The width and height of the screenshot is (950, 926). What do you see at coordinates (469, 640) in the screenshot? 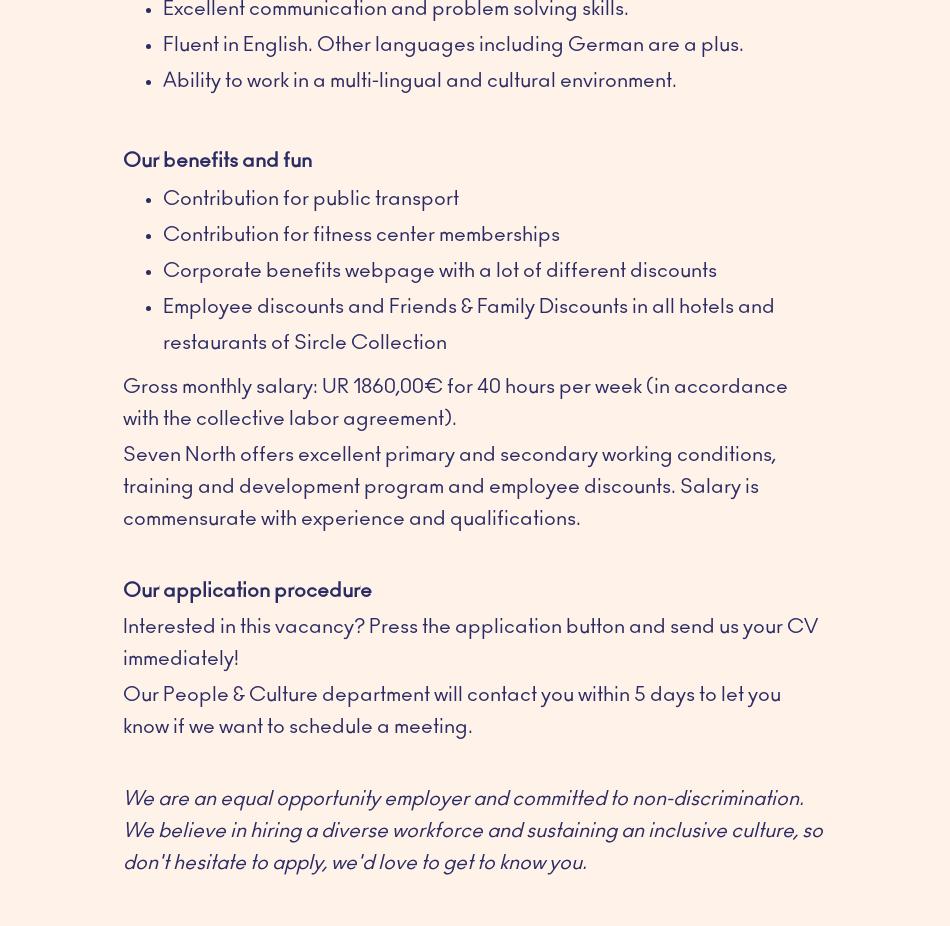
I see `'Interested in this vacancy? Press the application button and send us your CV  immediately!'` at bounding box center [469, 640].